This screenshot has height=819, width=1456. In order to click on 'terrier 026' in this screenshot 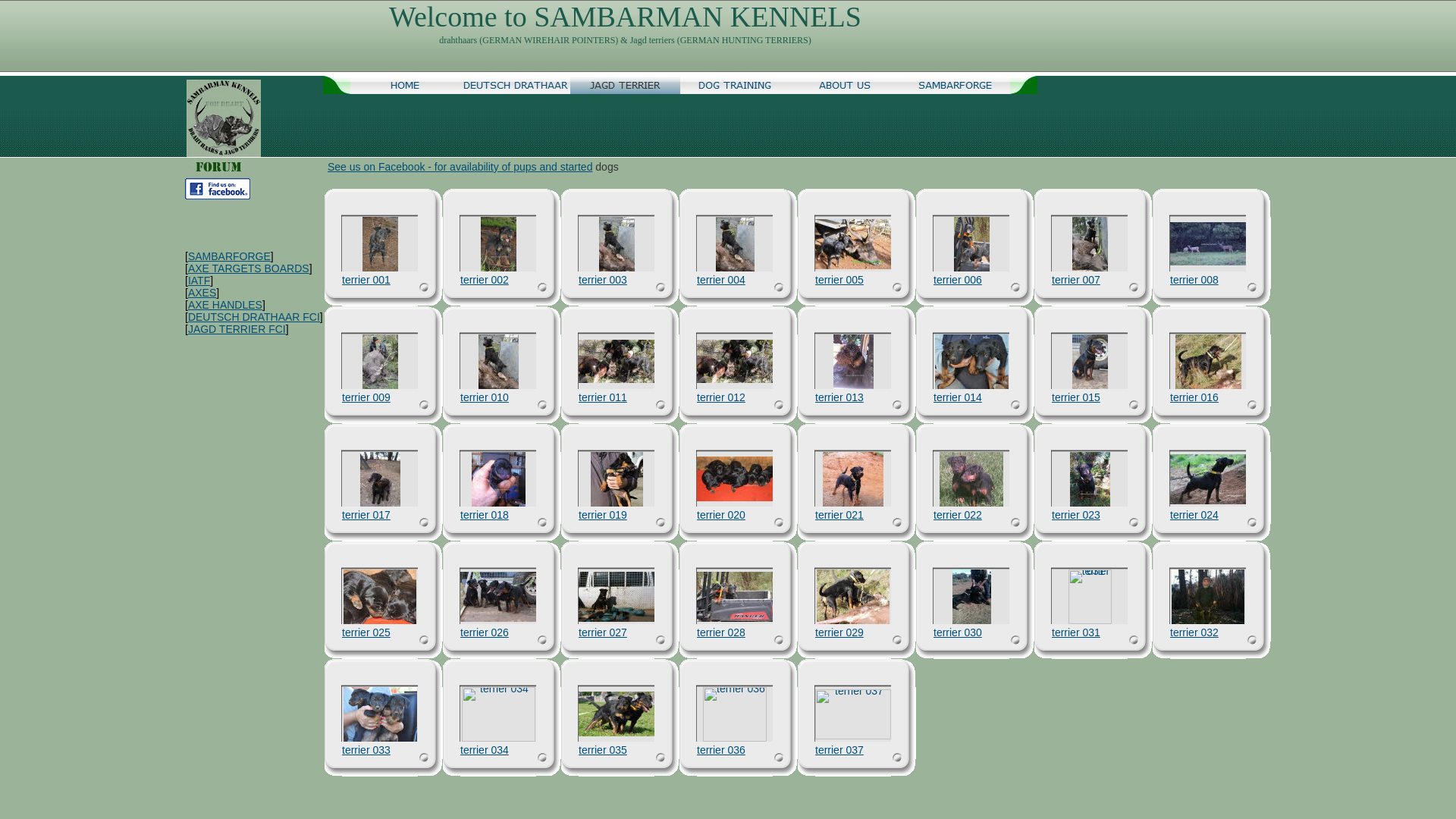, I will do `click(483, 632)`.